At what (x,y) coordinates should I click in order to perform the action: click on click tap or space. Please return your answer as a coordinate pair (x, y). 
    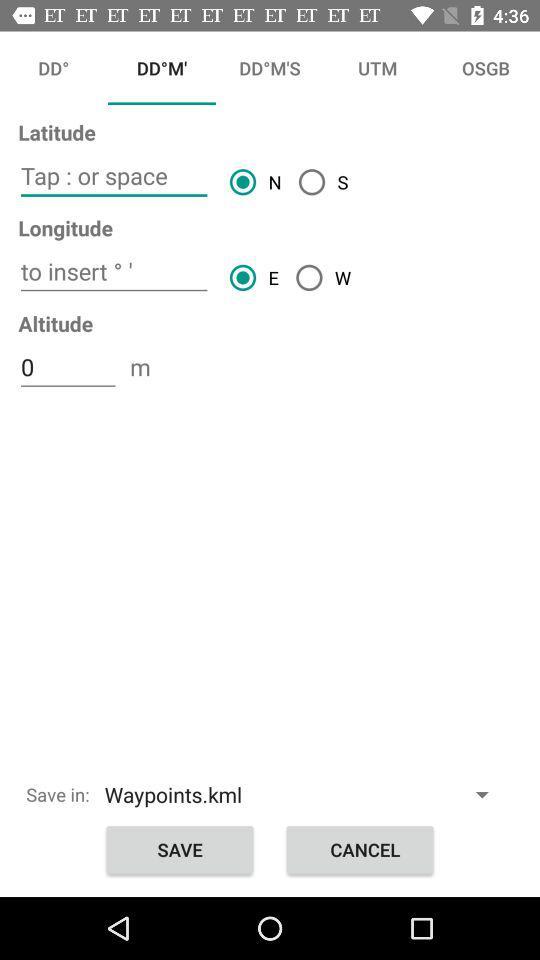
    Looking at the image, I should click on (114, 175).